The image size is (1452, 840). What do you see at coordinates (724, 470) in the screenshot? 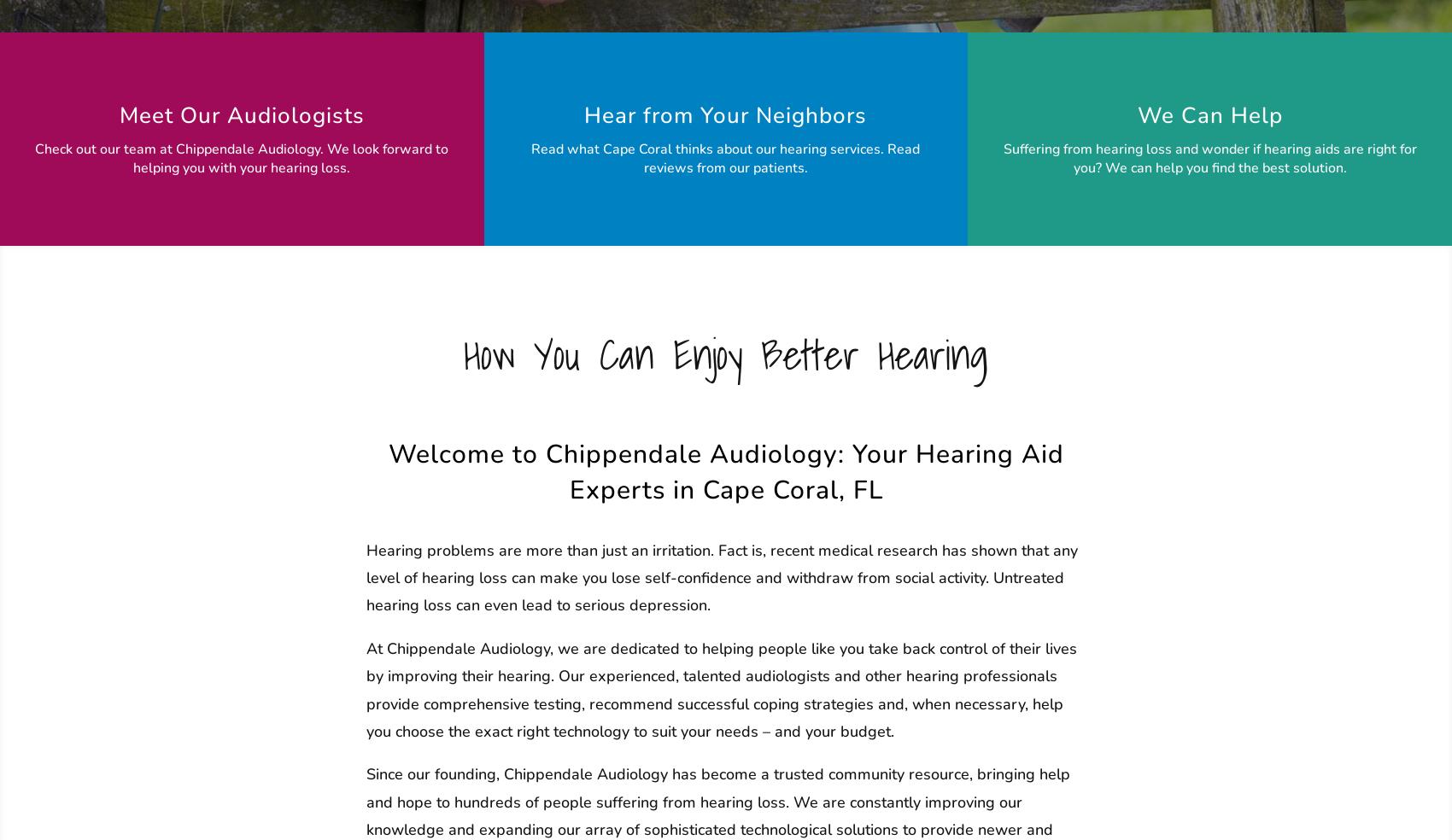
I see `'Welcome to Chippendale Audiology: Your Hearing Aid Experts in Cape Coral, FL'` at bounding box center [724, 470].